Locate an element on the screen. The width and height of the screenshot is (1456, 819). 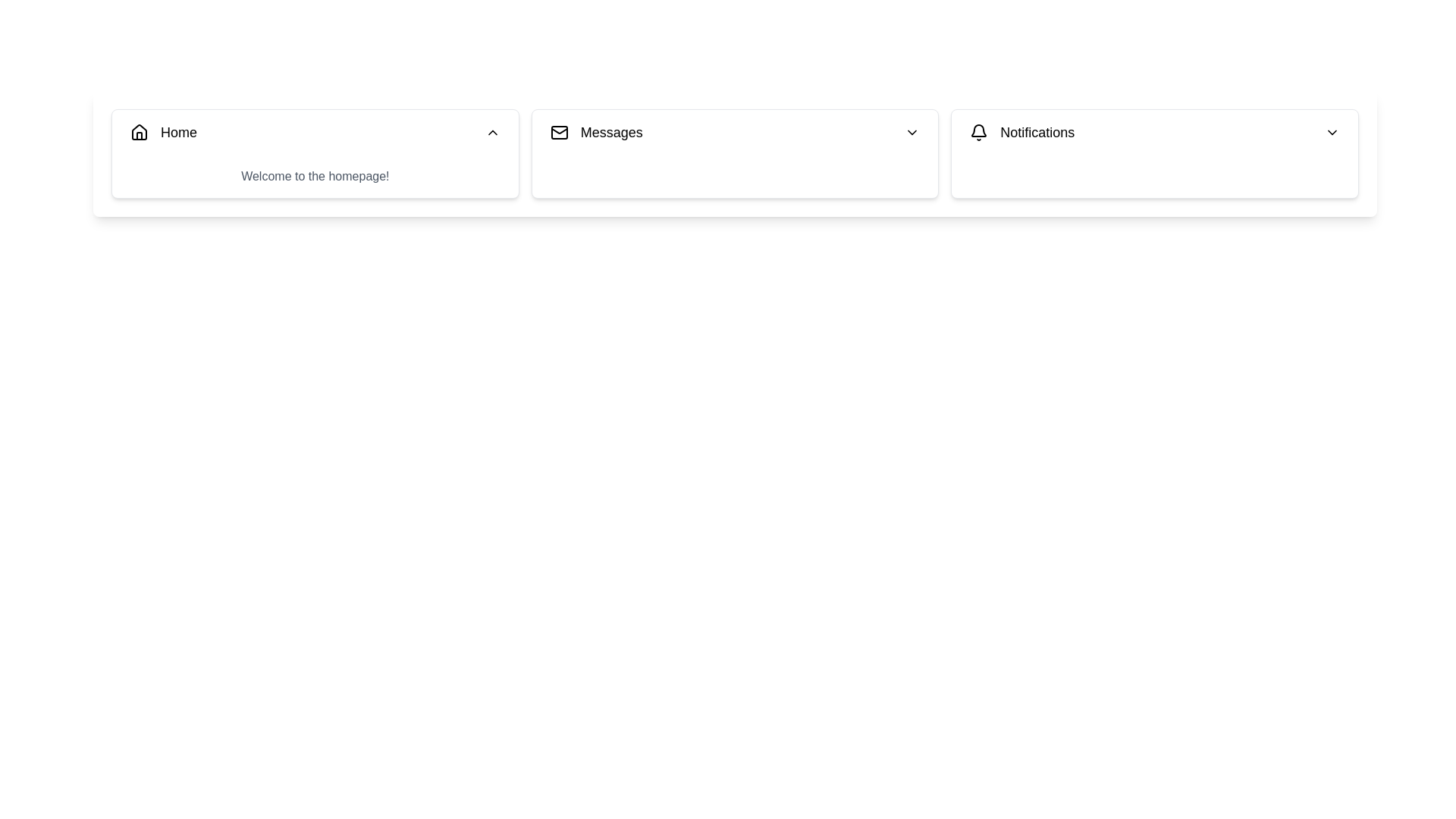
the 'Home' navigation icon located in the top-left portion of the interface, which is positioned above and to the left of the text 'Home' is located at coordinates (139, 131).